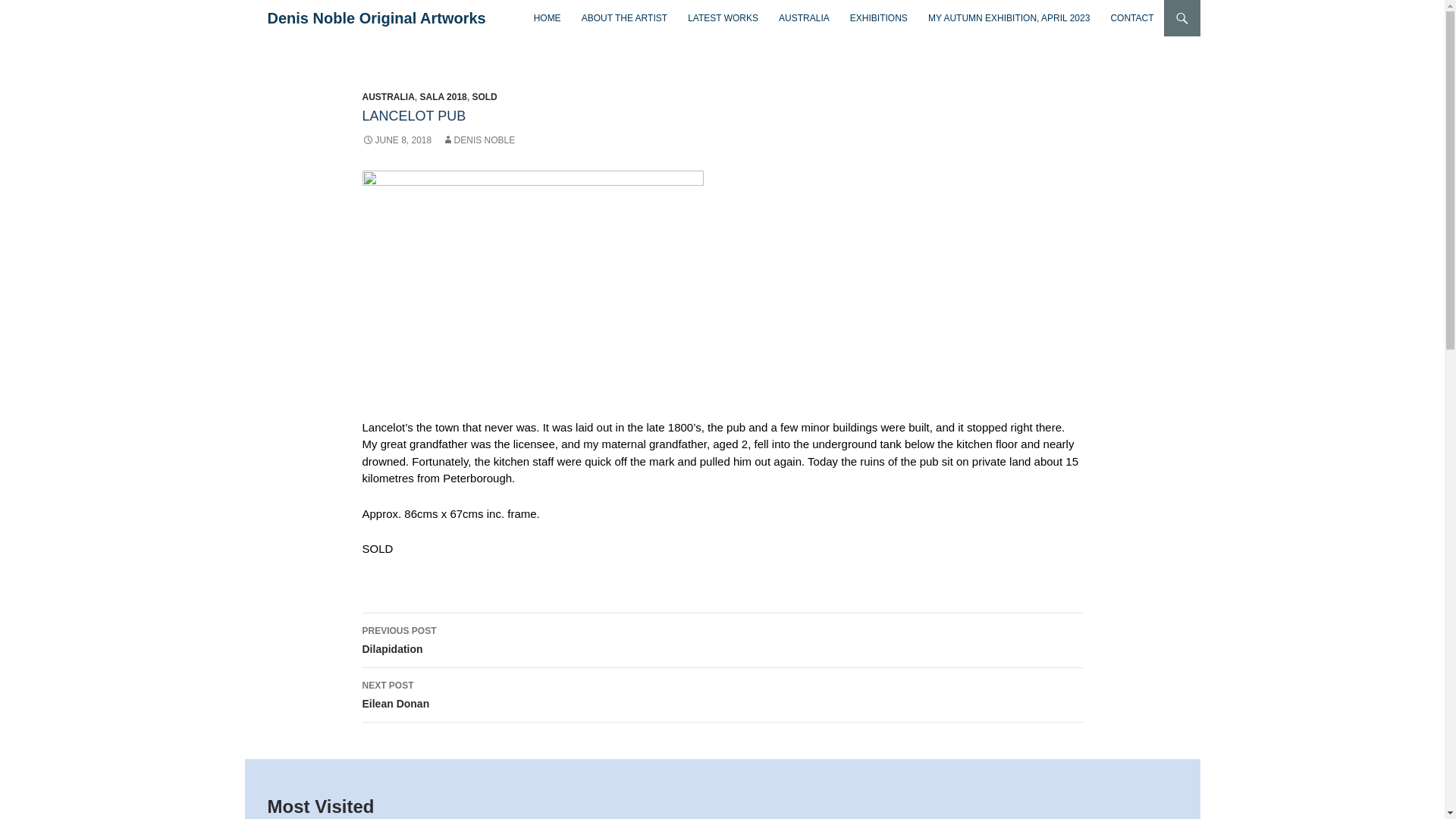 The width and height of the screenshot is (1456, 819). I want to click on 'MY AUTUMN EXHIBITION, APRIL 2023', so click(1009, 17).